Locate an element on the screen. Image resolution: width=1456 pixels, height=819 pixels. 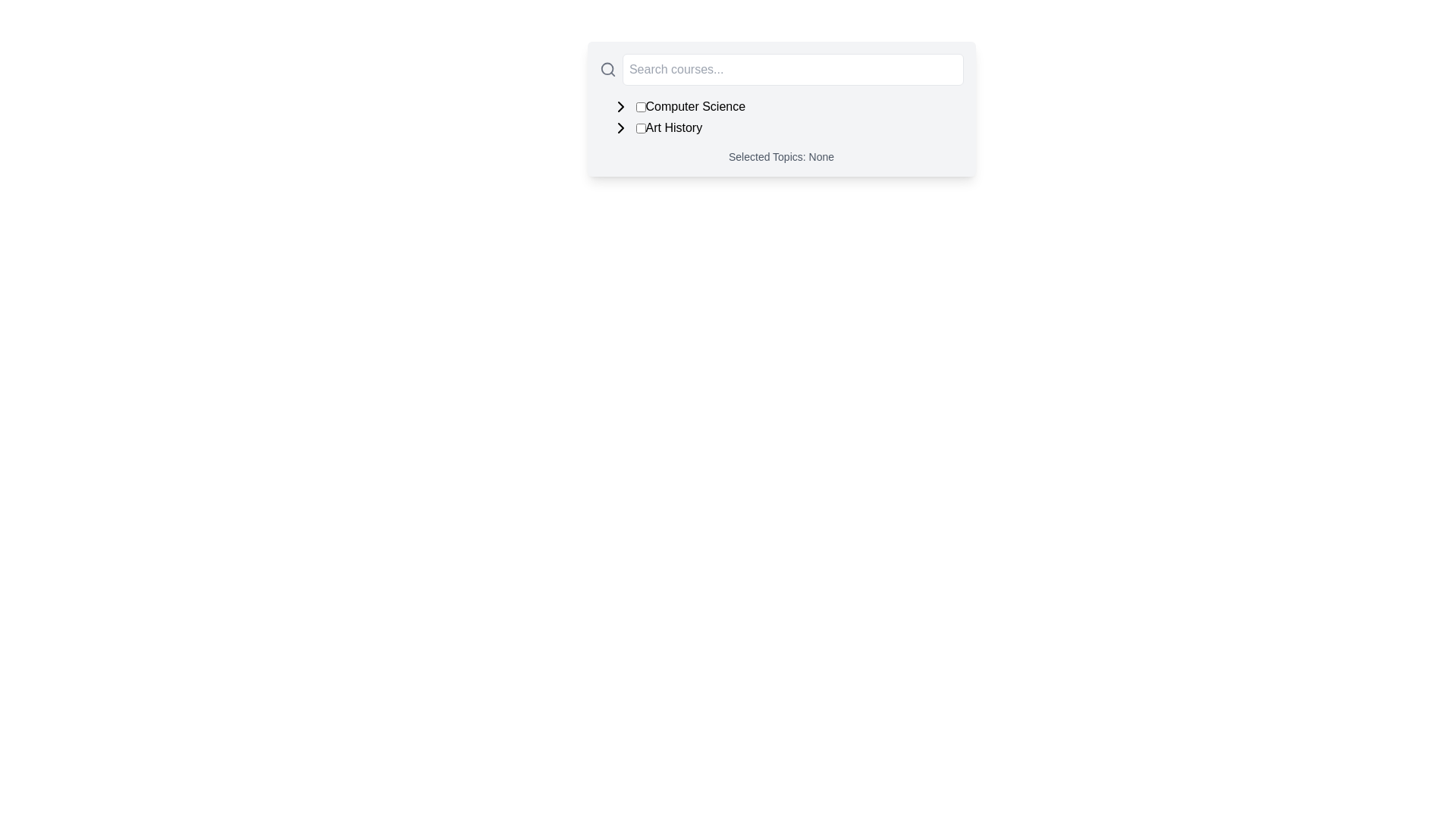
text label 'Computer Science', which is the first option in the vertical list below the search bar is located at coordinates (695, 106).